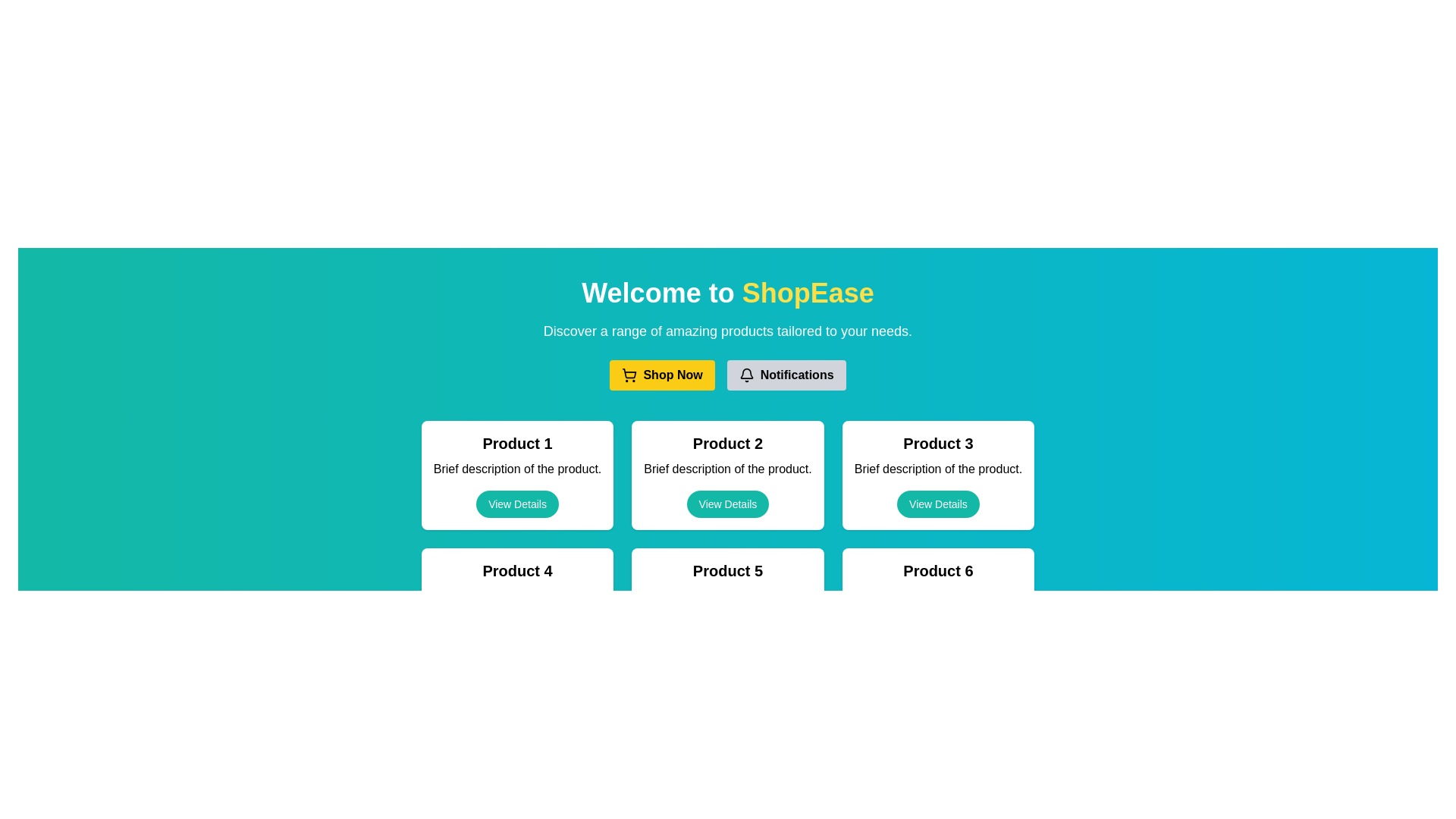  What do you see at coordinates (746, 375) in the screenshot?
I see `the 'Notifications' button which contains the bell-shaped icon` at bounding box center [746, 375].